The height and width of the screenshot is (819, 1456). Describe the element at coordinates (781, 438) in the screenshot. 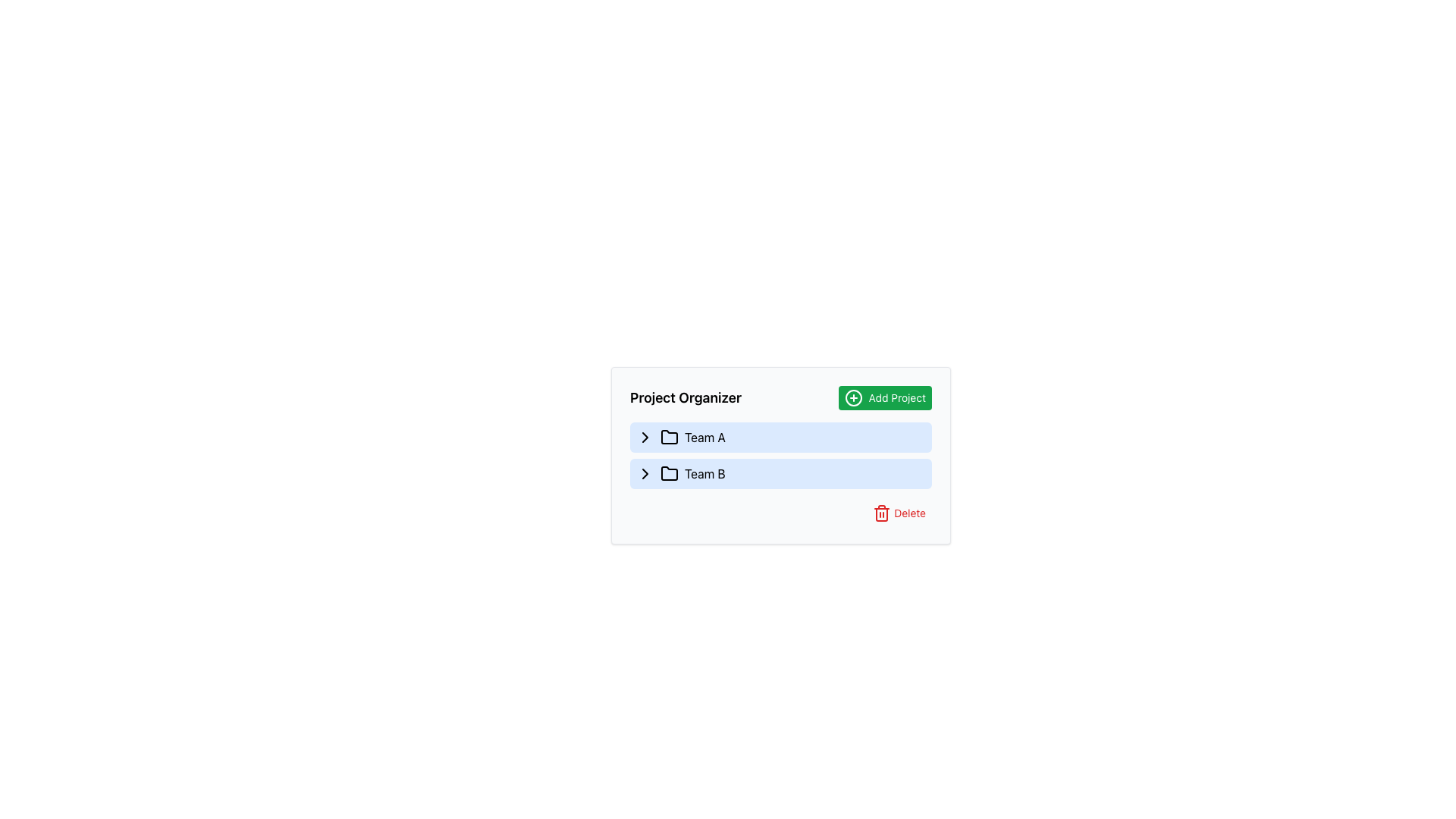

I see `the selectable item named 'Team A' in the project organizer interface` at that location.